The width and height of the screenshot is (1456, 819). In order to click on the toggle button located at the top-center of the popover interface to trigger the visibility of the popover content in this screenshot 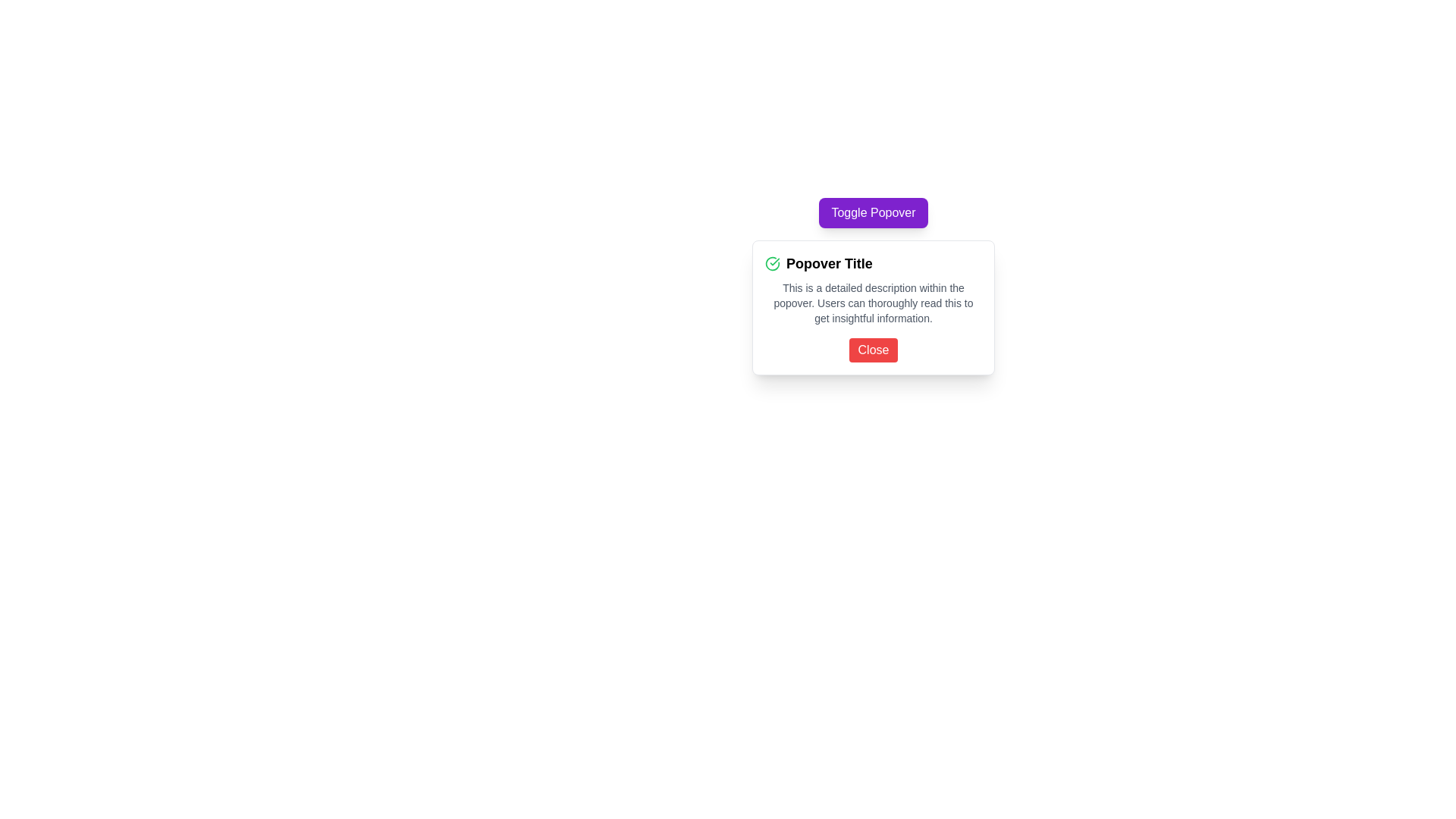, I will do `click(874, 213)`.